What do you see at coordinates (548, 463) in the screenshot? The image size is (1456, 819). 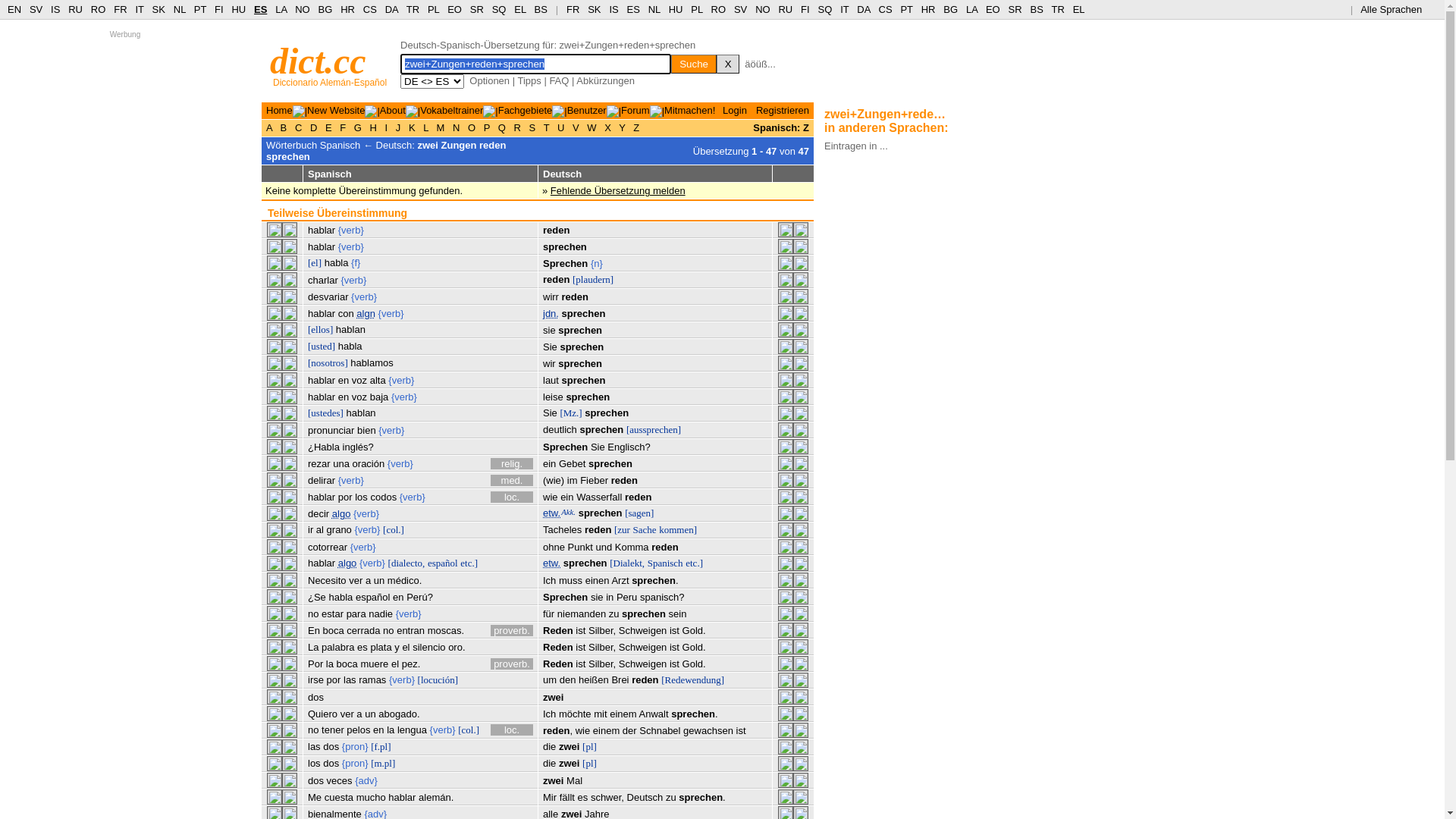 I see `'ein'` at bounding box center [548, 463].